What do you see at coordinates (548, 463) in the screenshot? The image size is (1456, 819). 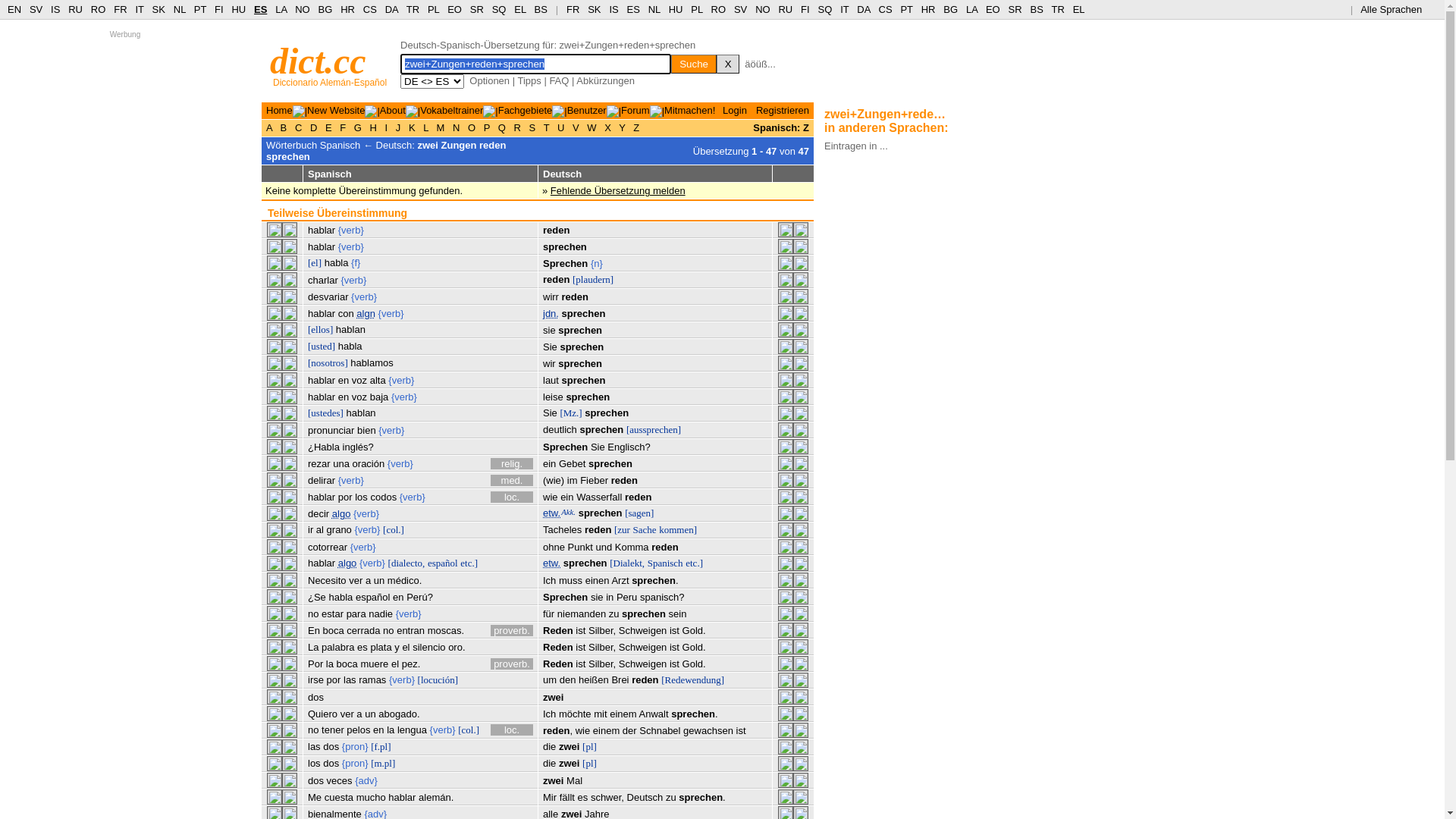 I see `'ein'` at bounding box center [548, 463].